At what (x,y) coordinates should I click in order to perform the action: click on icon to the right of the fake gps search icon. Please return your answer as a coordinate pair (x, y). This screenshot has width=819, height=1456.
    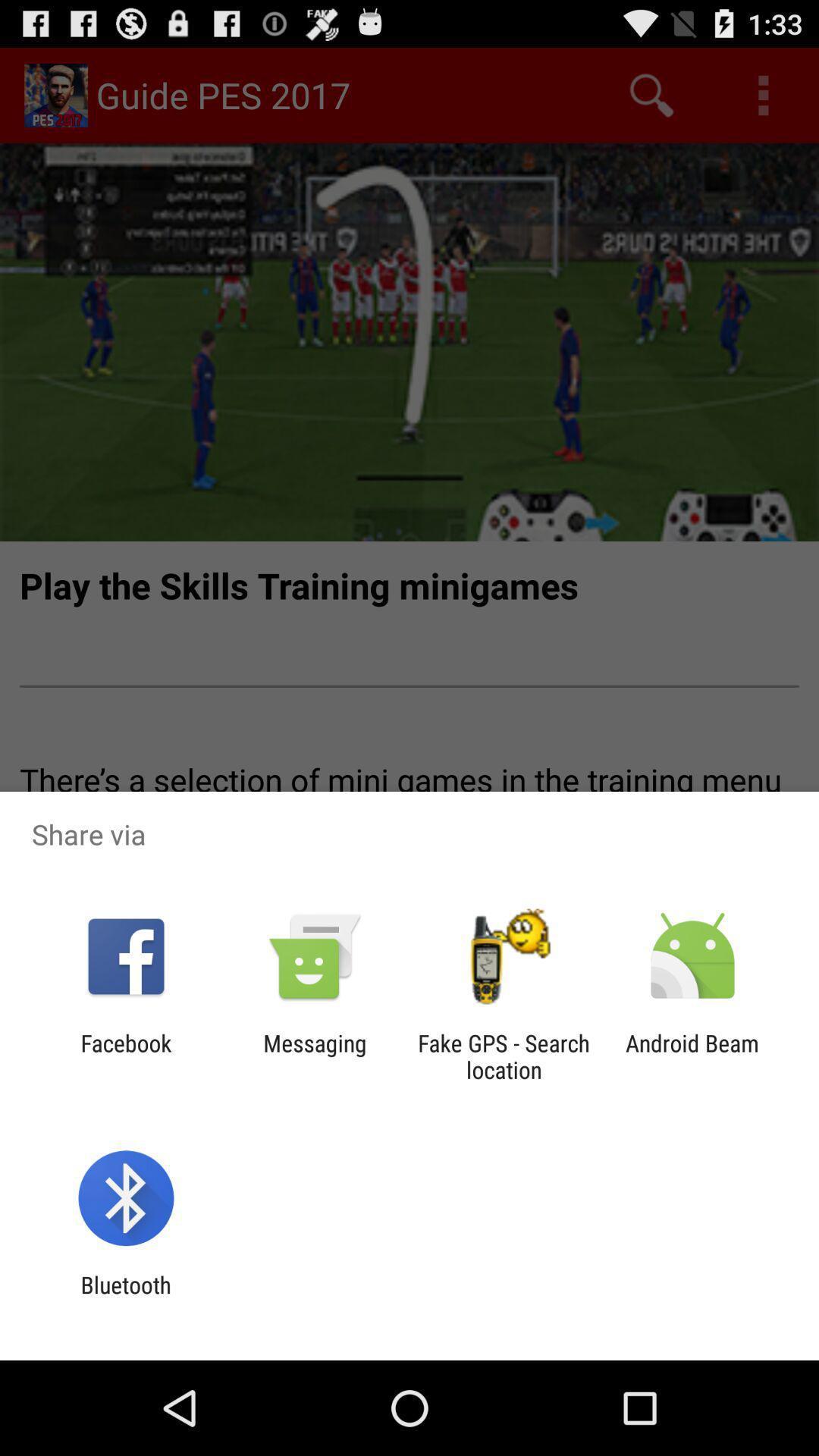
    Looking at the image, I should click on (692, 1056).